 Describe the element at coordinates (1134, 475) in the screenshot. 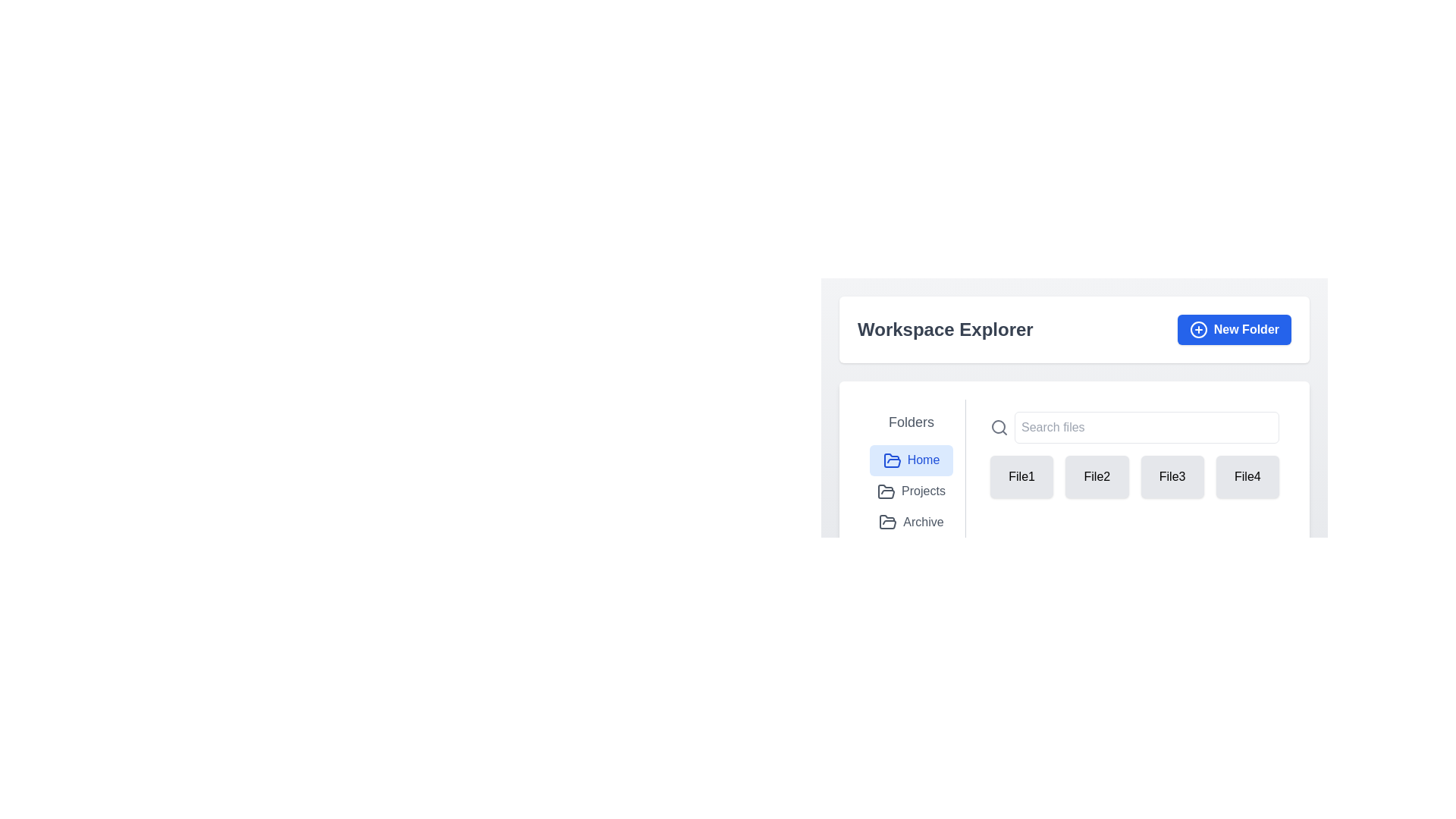

I see `to move a file icon from the Grid layout containing selectable buttons located below the 'Search files' bar in the 'Workspace Explorer' section` at that location.